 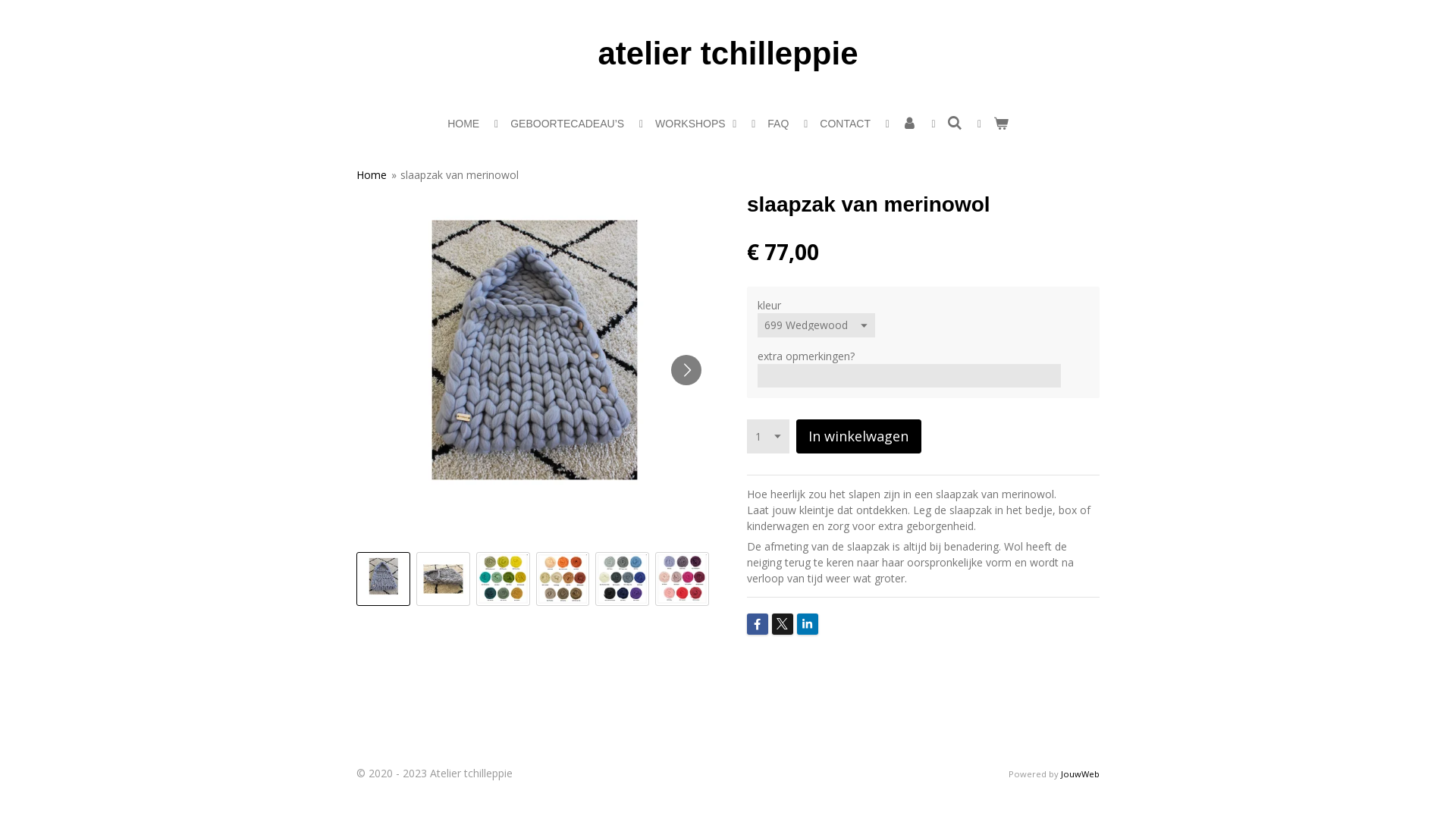 What do you see at coordinates (858, 436) in the screenshot?
I see `'In winkelwagen'` at bounding box center [858, 436].